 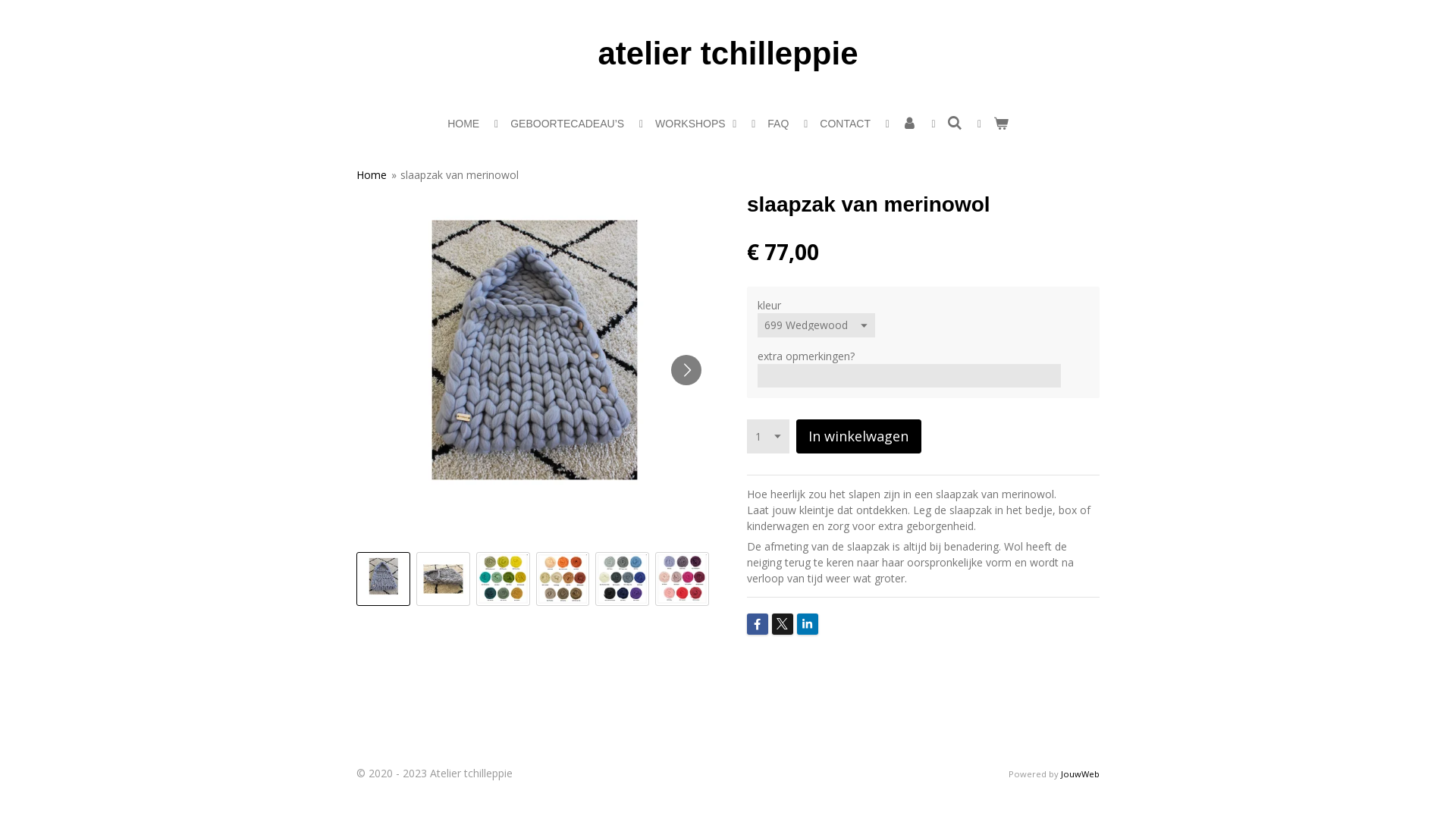 What do you see at coordinates (858, 436) in the screenshot?
I see `'In winkelwagen'` at bounding box center [858, 436].